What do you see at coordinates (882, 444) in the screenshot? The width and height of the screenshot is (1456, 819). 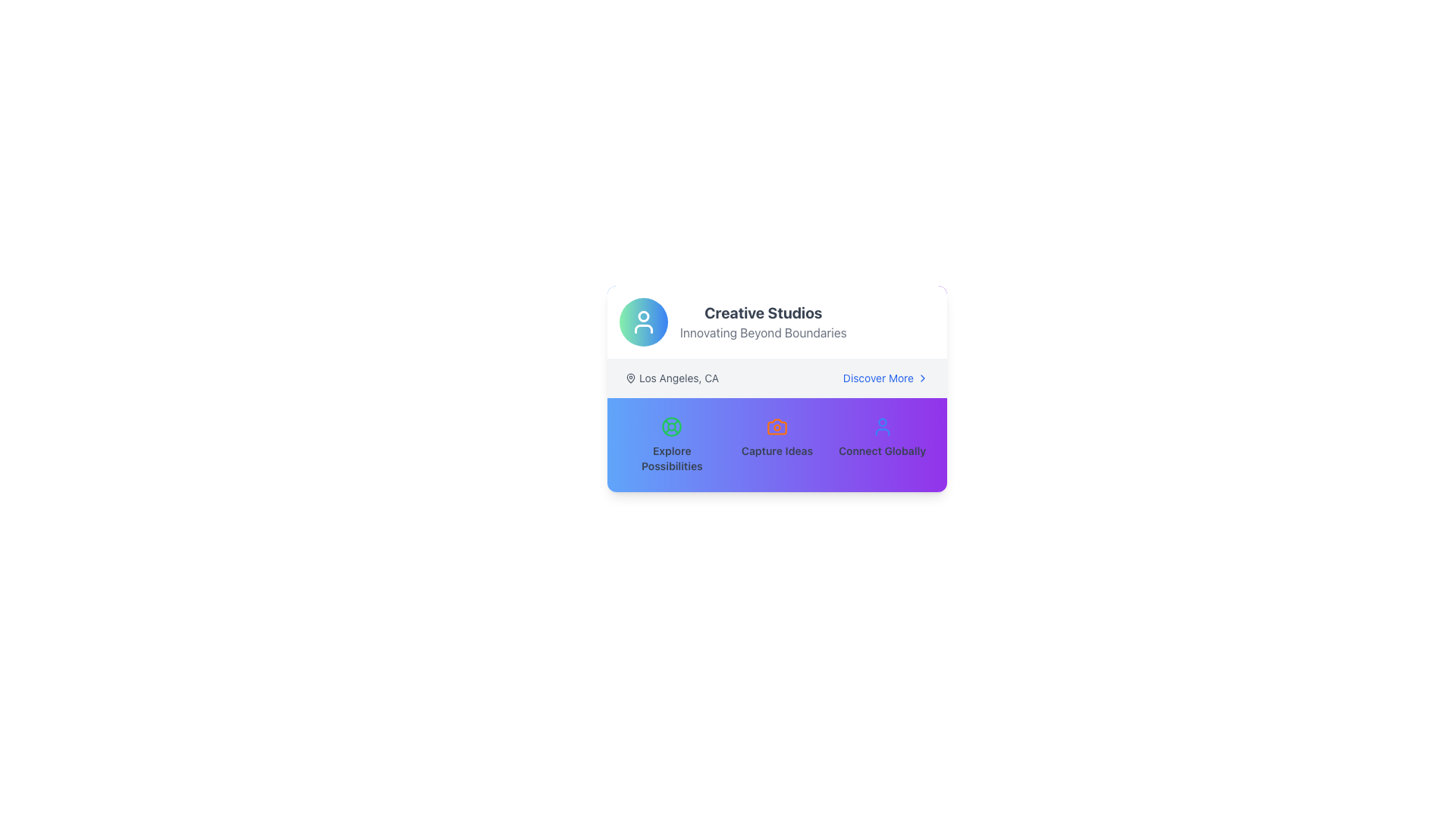 I see `the 'Connect Globally' icon and label, which features a blue icon of a person and dark gray text on a gradient background` at bounding box center [882, 444].